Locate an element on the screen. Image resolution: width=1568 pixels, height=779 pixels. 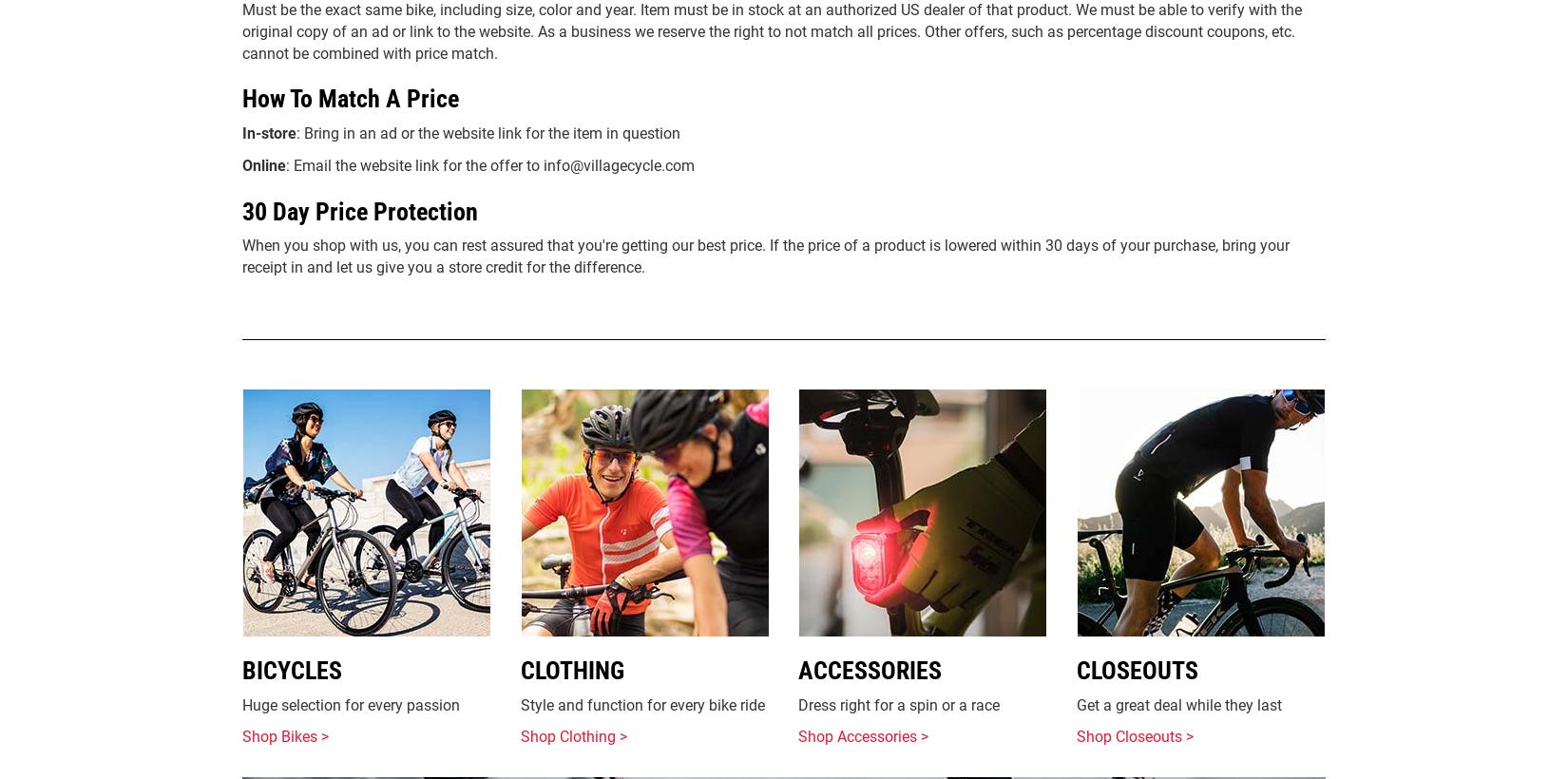
'BICYCLES' is located at coordinates (292, 670).